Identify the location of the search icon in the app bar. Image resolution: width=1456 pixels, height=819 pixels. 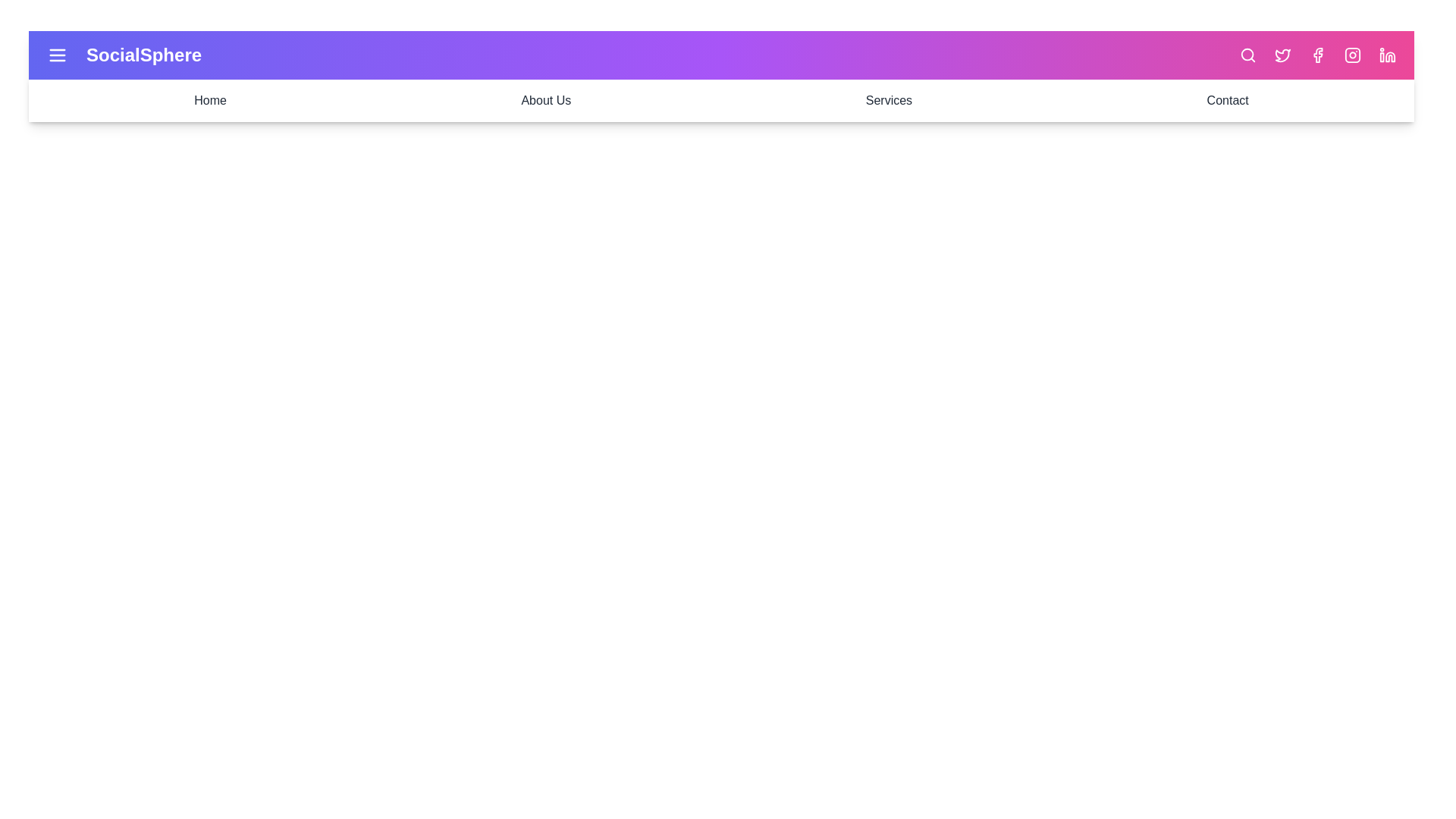
(1248, 55).